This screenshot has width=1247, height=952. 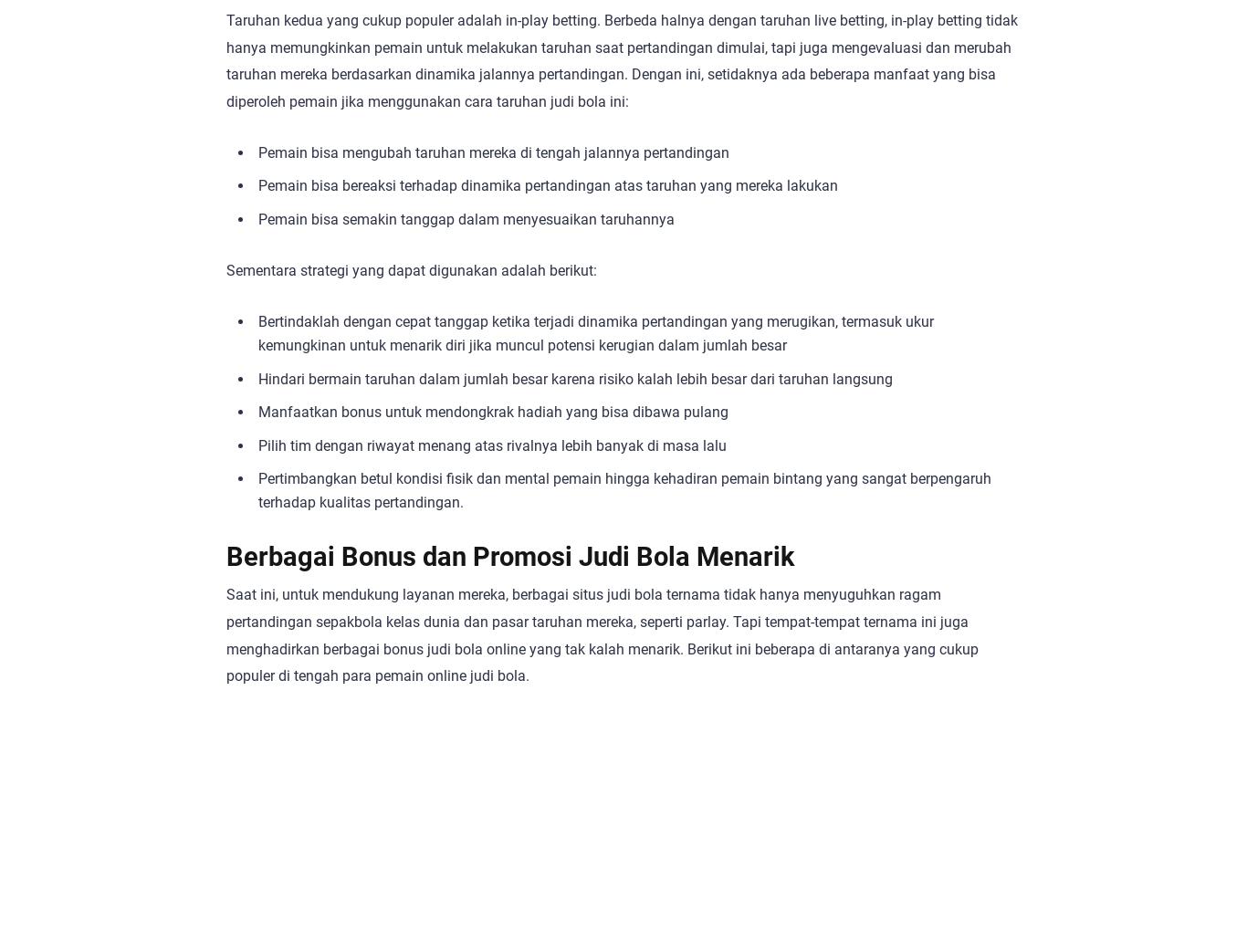 What do you see at coordinates (411, 270) in the screenshot?
I see `'Sementara strategi yang dapat digunakan adalah berikut:'` at bounding box center [411, 270].